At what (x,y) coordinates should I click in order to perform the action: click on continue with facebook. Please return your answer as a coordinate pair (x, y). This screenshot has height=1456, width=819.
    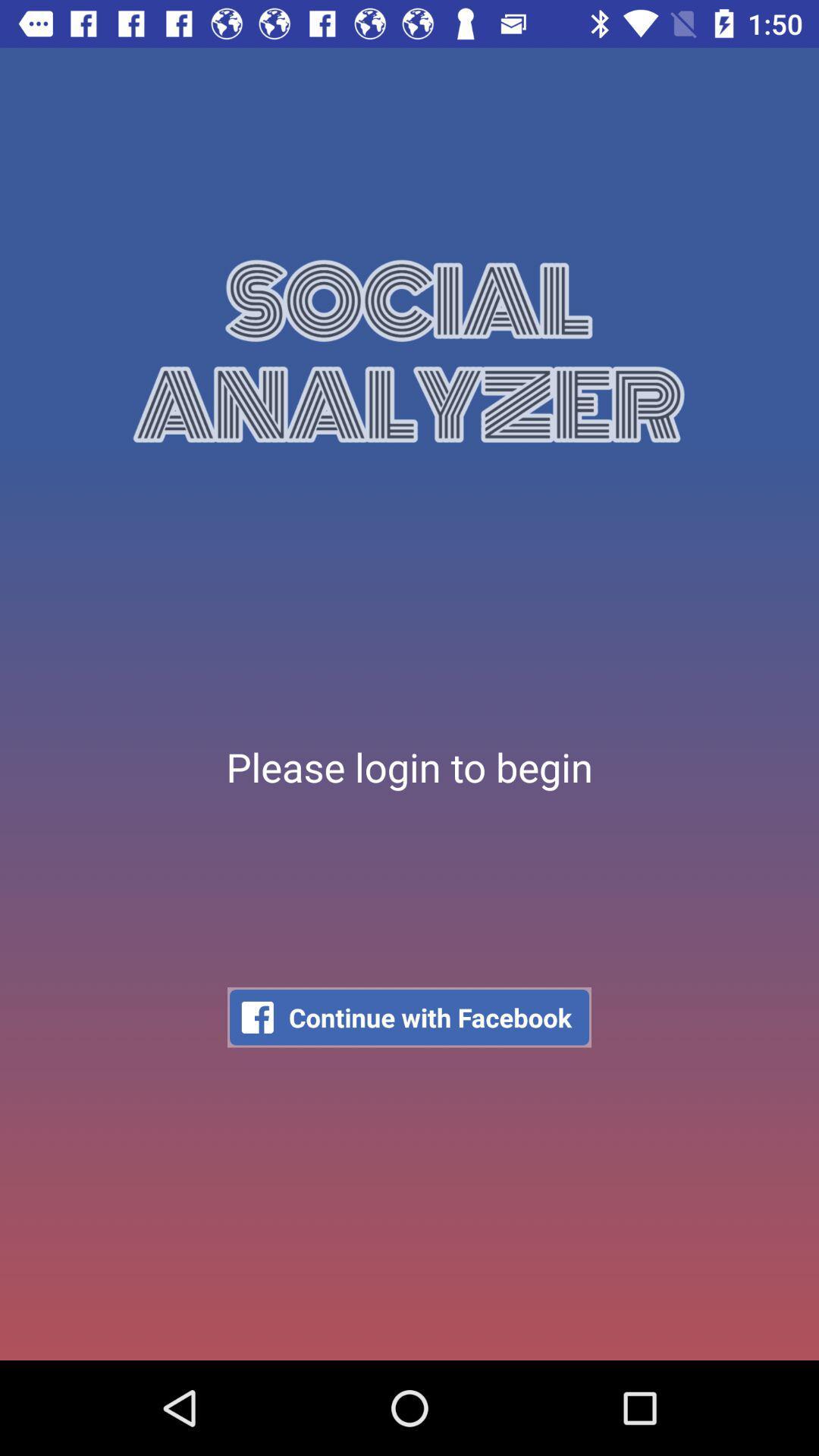
    Looking at the image, I should click on (409, 1017).